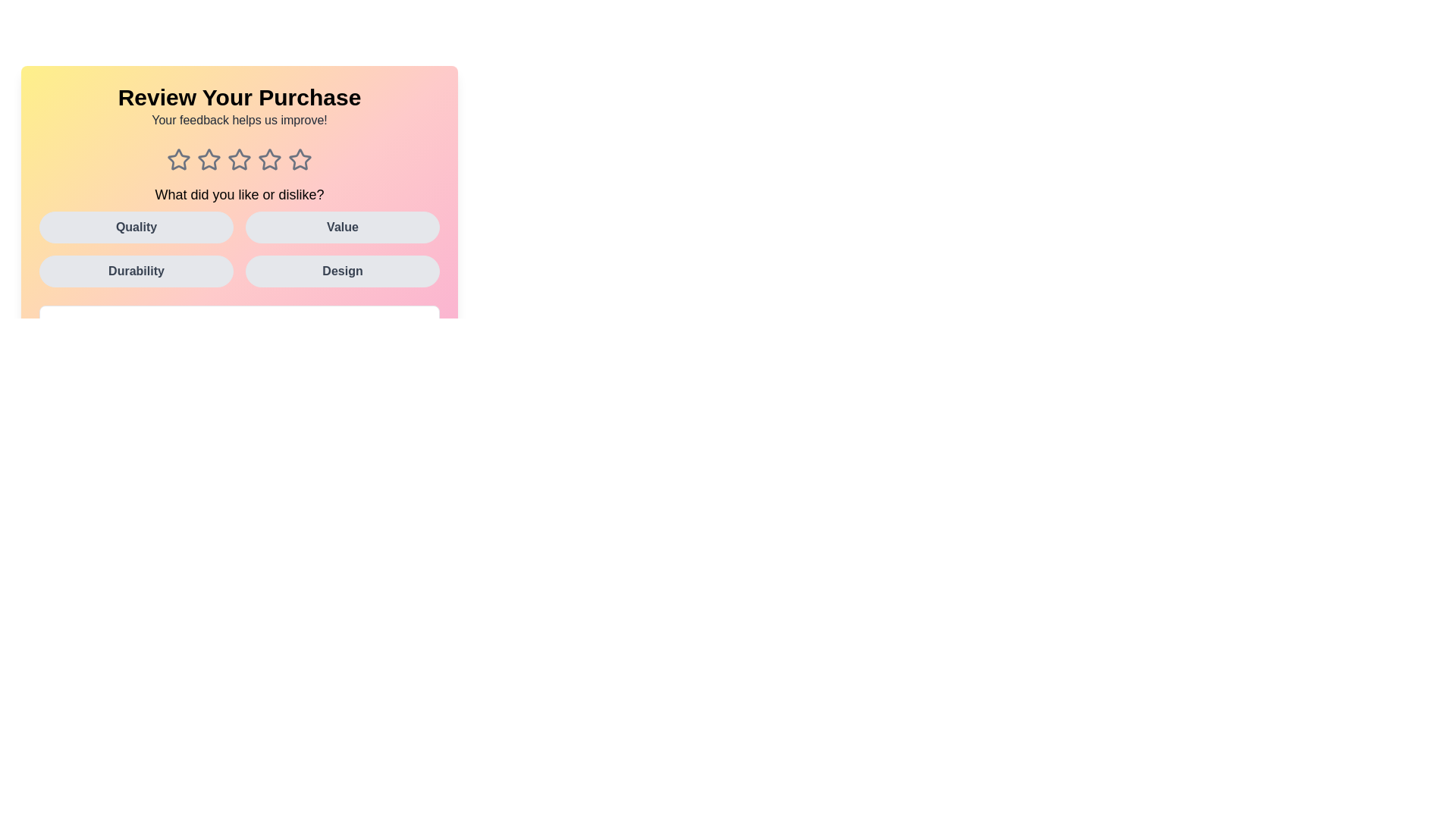 The height and width of the screenshot is (819, 1456). What do you see at coordinates (341, 271) in the screenshot?
I see `the 'Design' button, which is a rounded rectangular button with a light gray background and bold text` at bounding box center [341, 271].